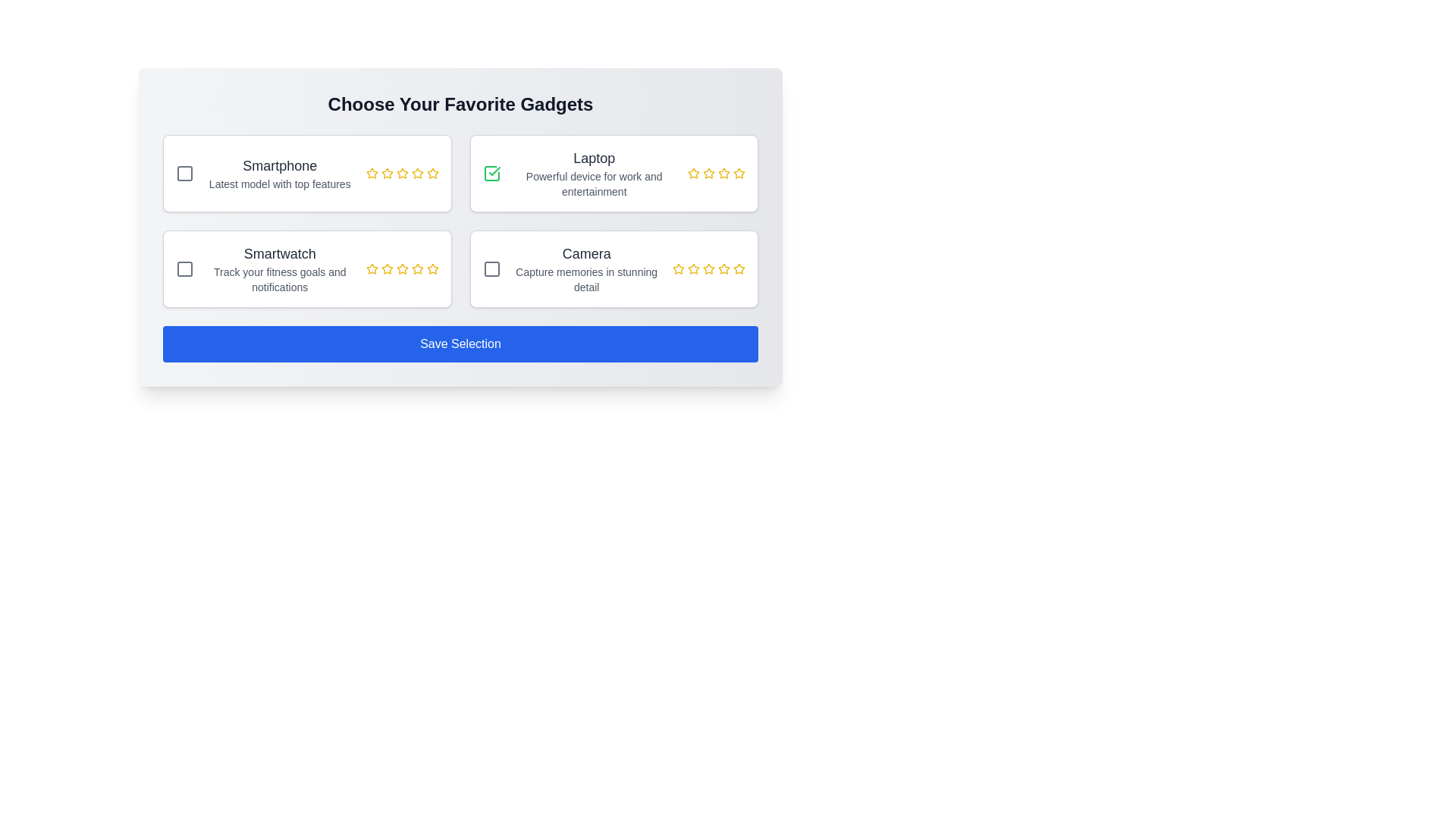  What do you see at coordinates (372, 268) in the screenshot?
I see `the third golden-yellow filled star in the 'Smartwatch' rating section` at bounding box center [372, 268].